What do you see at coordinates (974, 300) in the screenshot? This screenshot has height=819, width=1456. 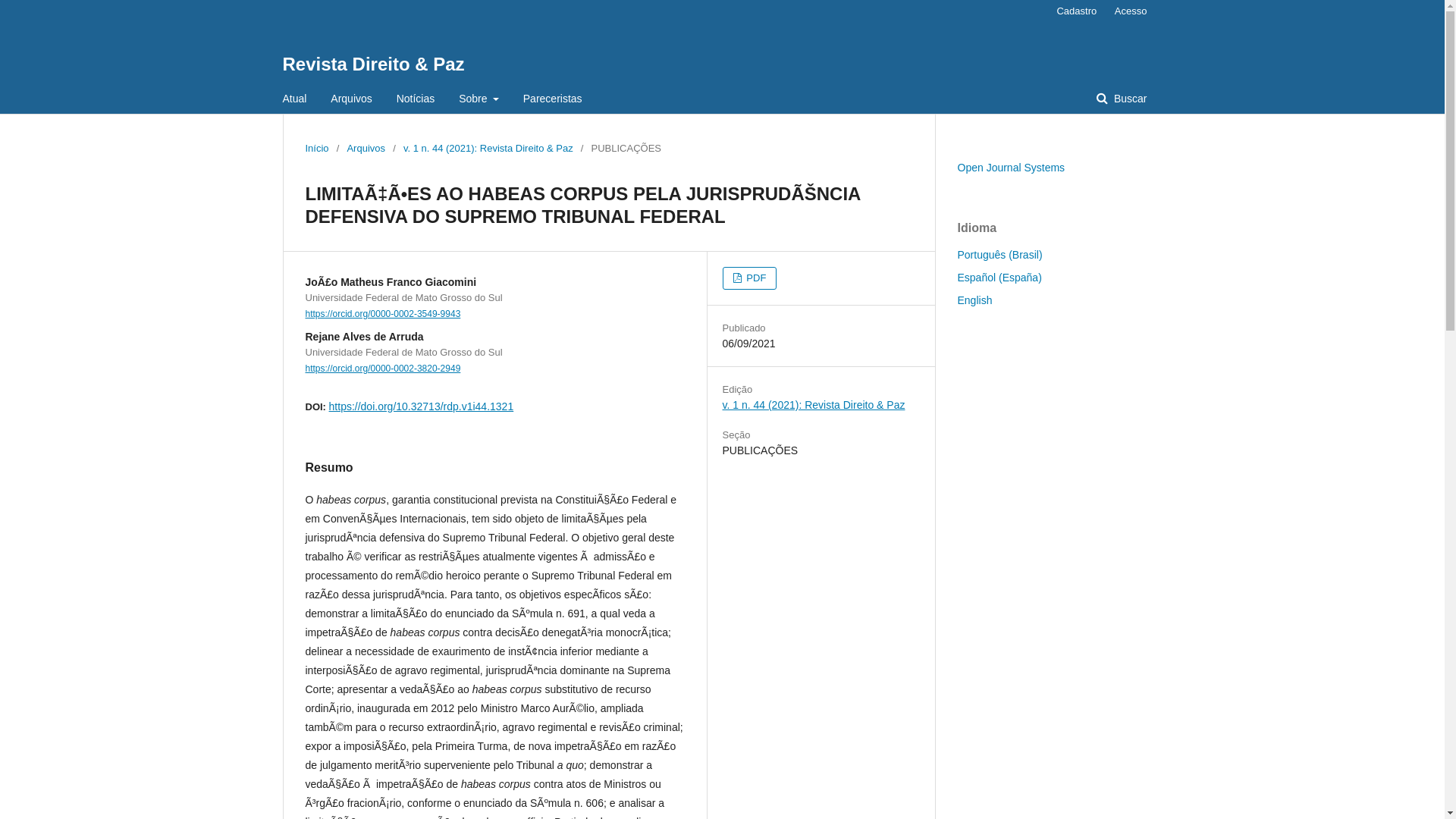 I see `'English'` at bounding box center [974, 300].